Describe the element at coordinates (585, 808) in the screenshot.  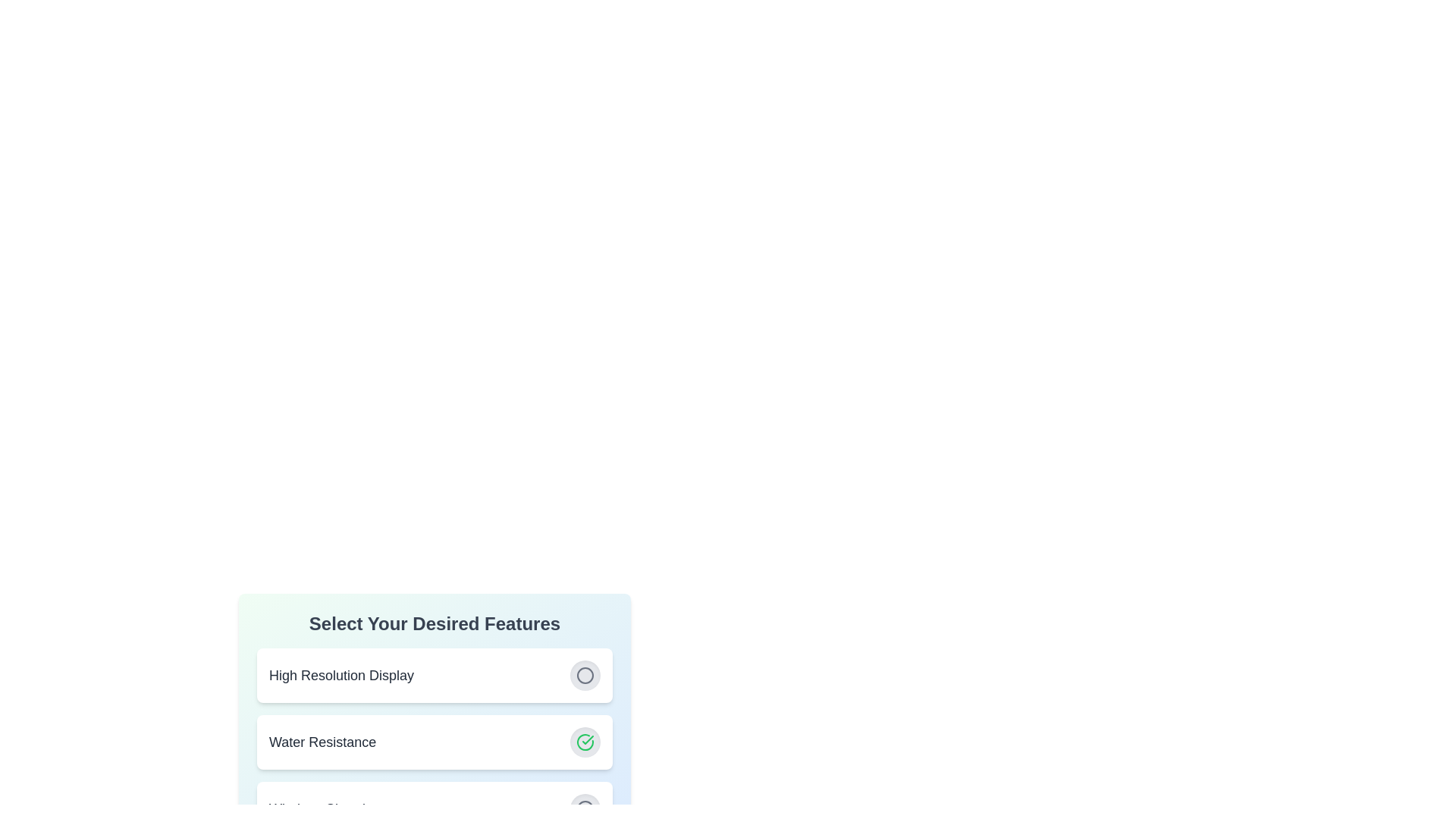
I see `the circular icon located inside the circular button at the bottom of the feature selection interface` at that location.